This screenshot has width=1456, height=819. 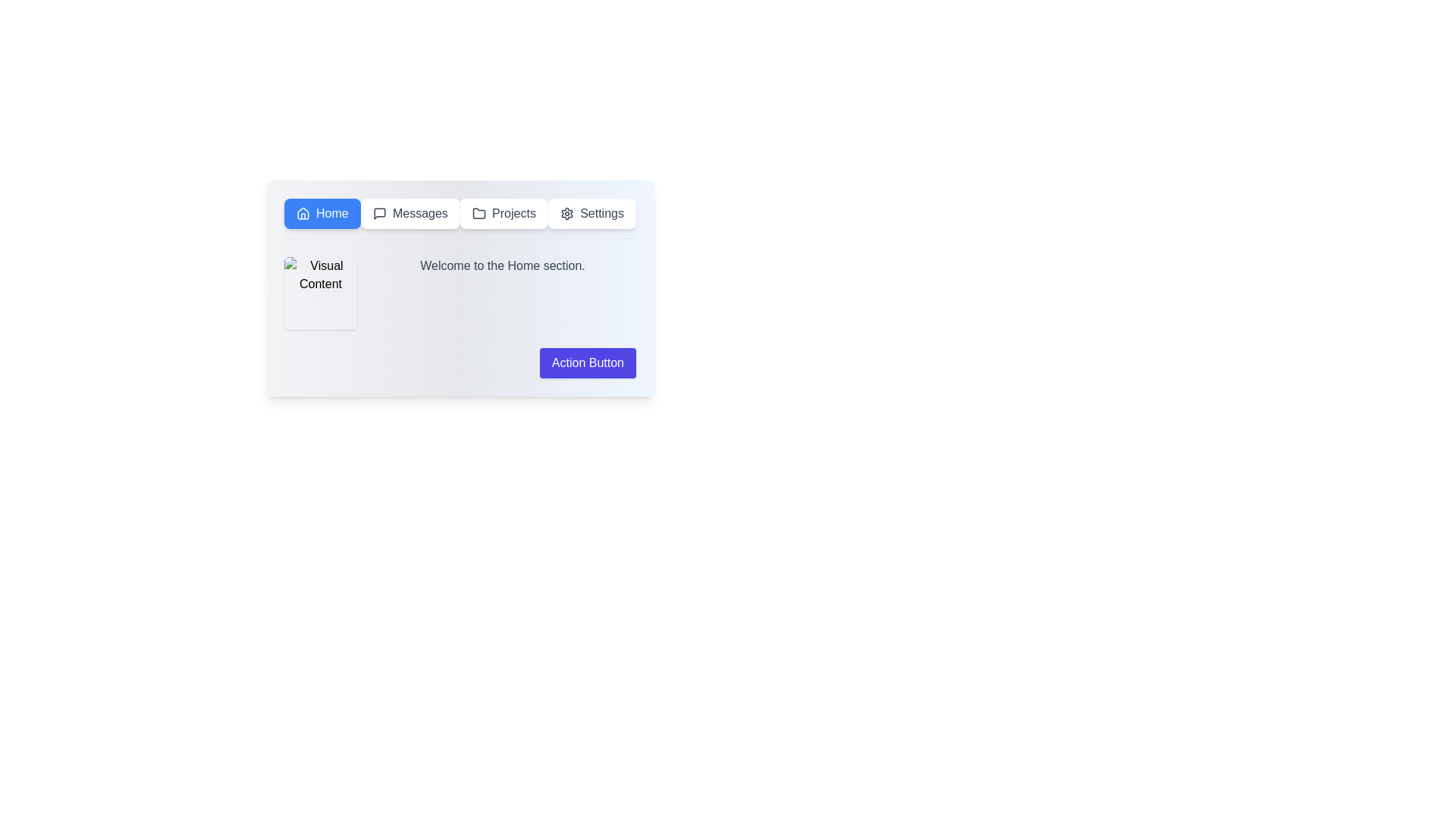 I want to click on the 'Messages' text label located in the navigation bar, so click(x=420, y=213).